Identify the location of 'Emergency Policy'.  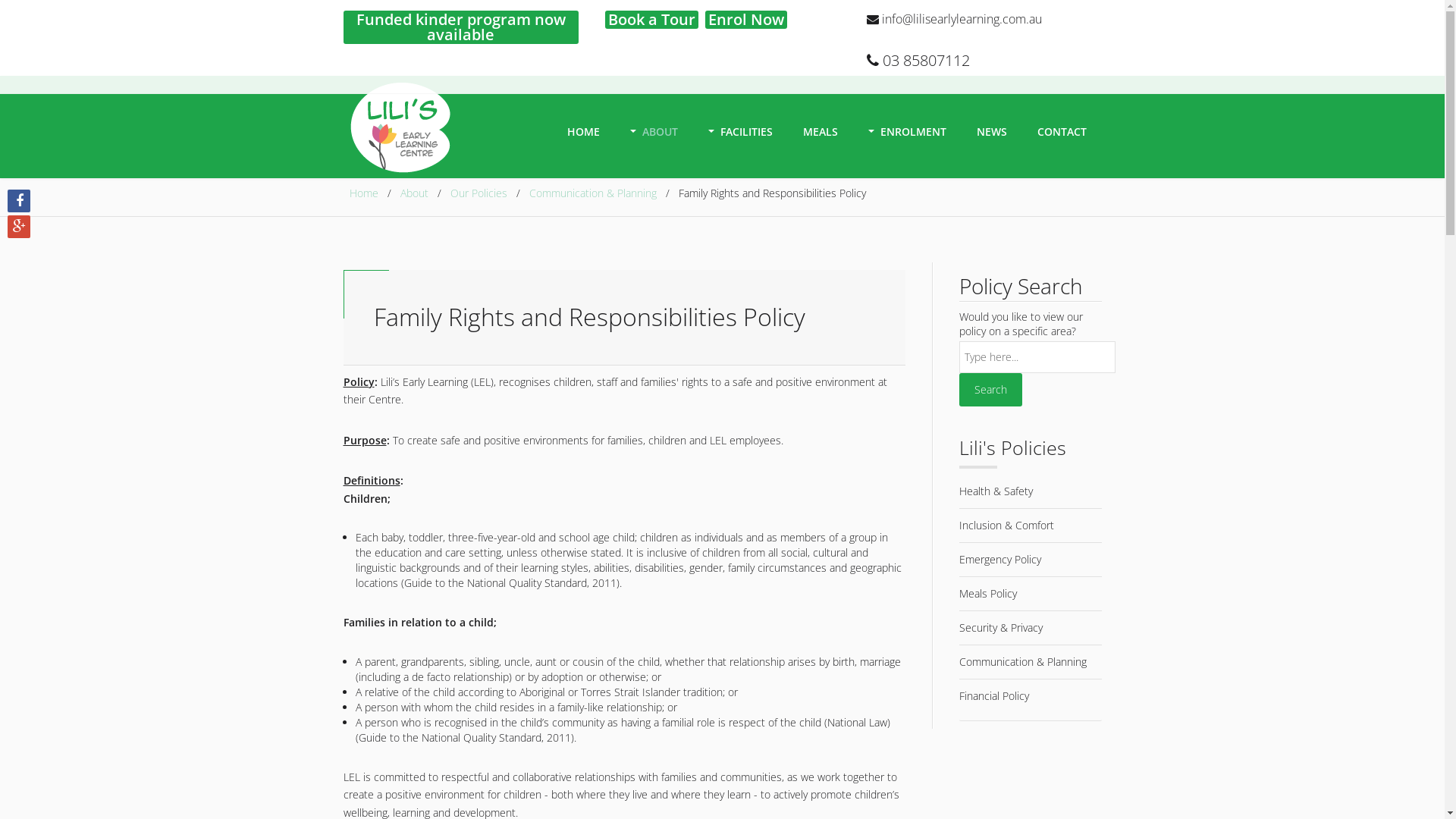
(959, 559).